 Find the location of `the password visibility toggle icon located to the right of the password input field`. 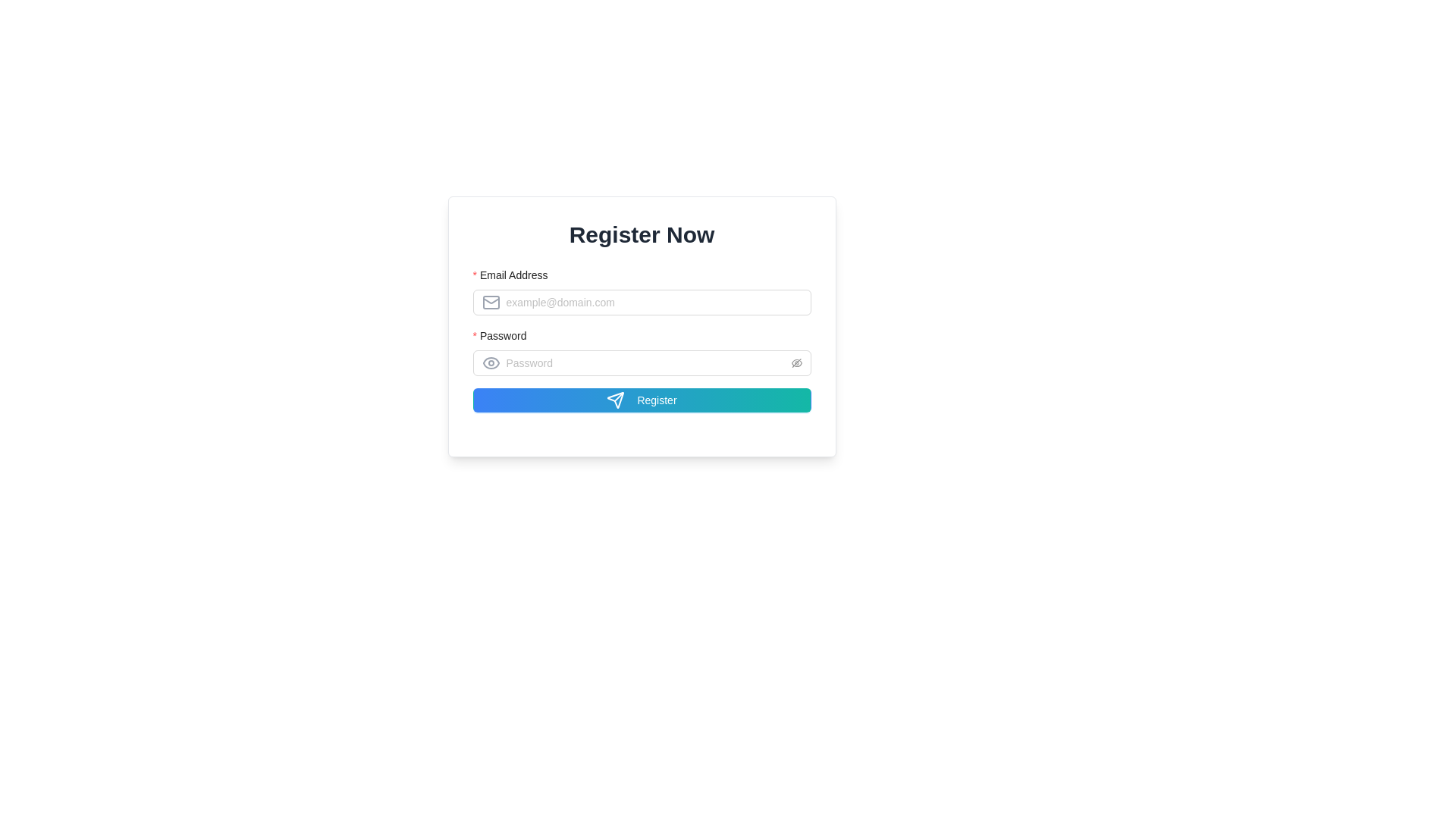

the password visibility toggle icon located to the right of the password input field is located at coordinates (795, 362).